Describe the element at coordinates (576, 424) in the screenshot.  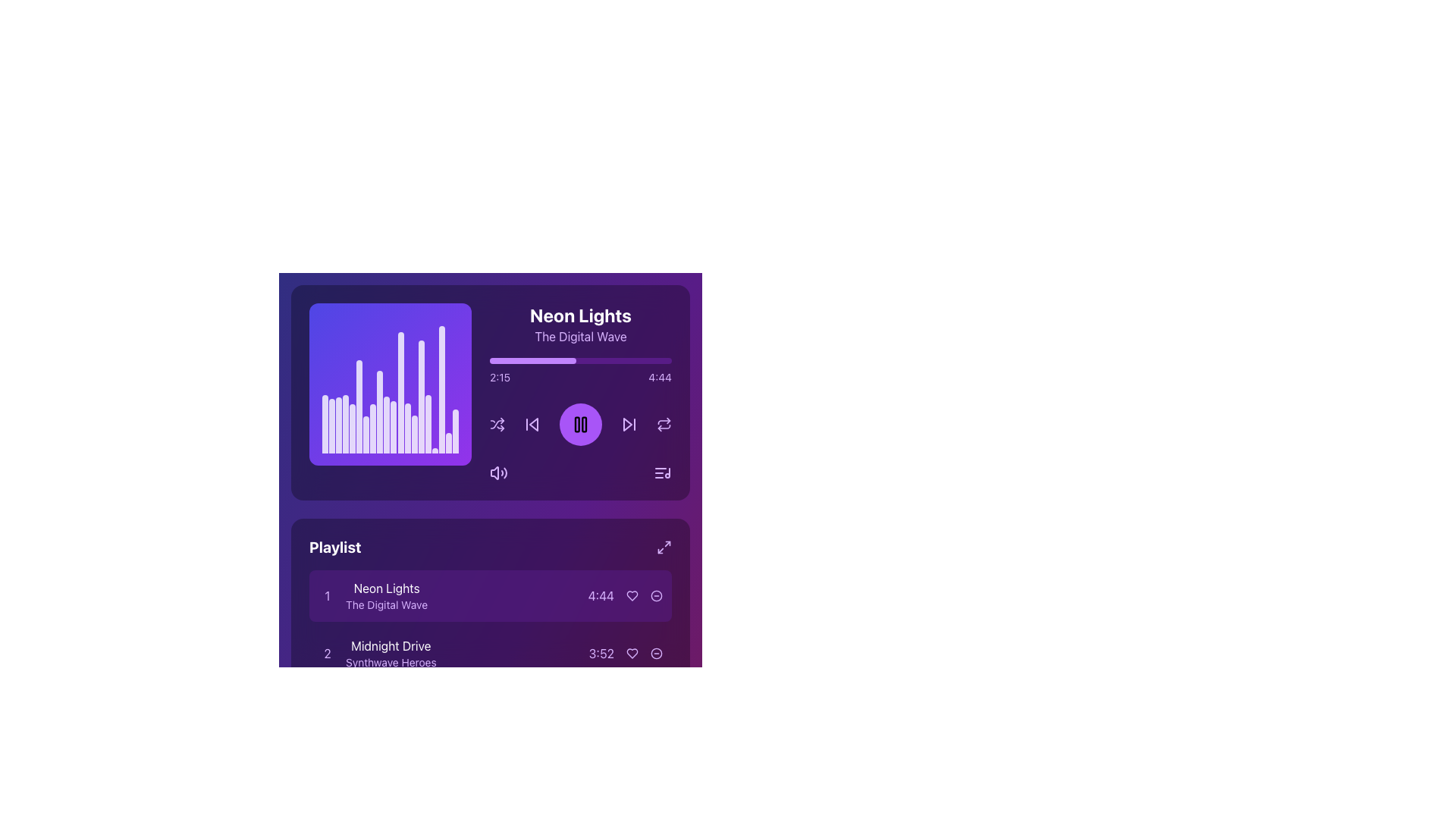
I see `the left vertical rectangular bar of the pause playback icon section` at that location.